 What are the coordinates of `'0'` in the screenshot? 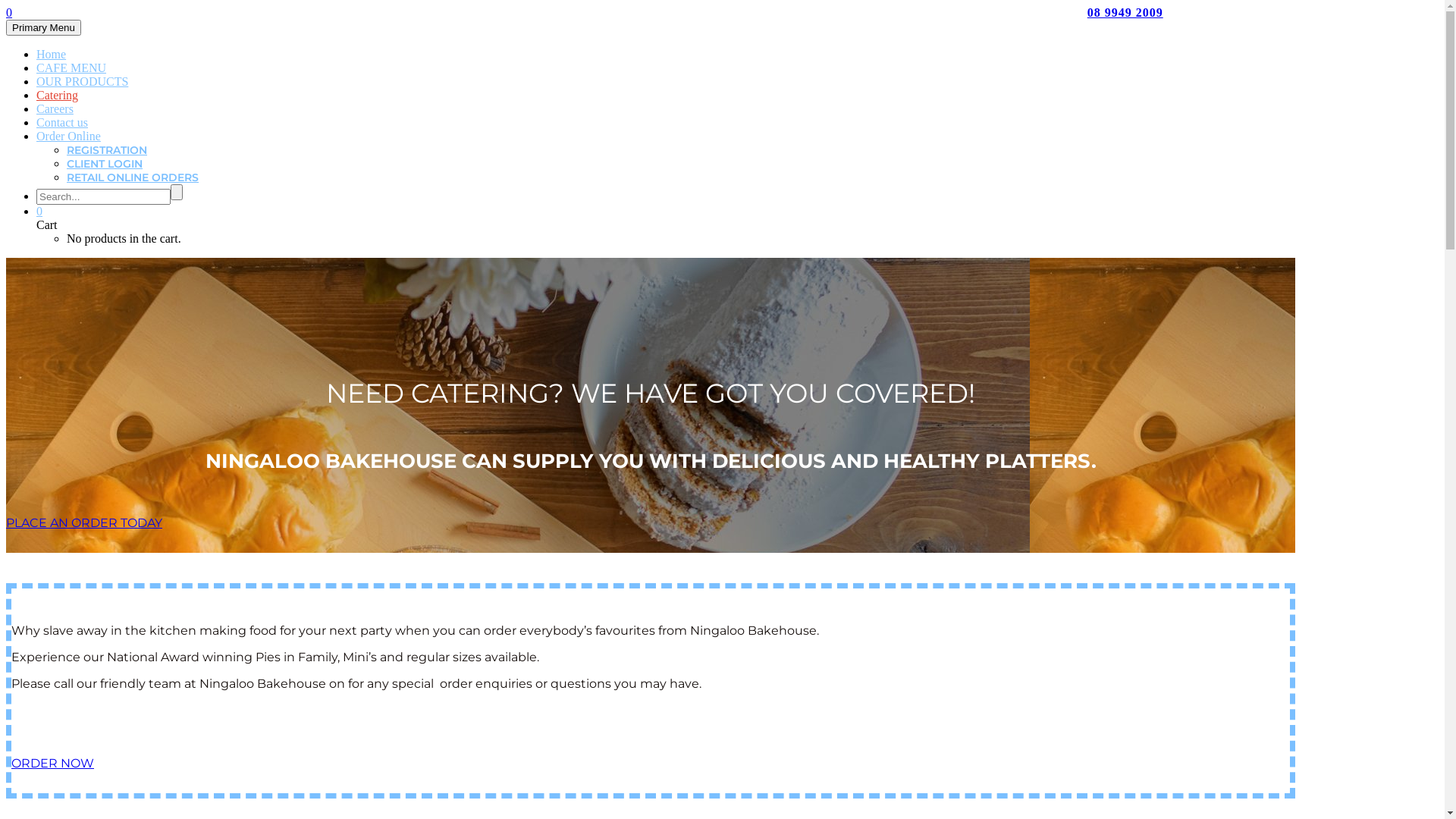 It's located at (39, 211).